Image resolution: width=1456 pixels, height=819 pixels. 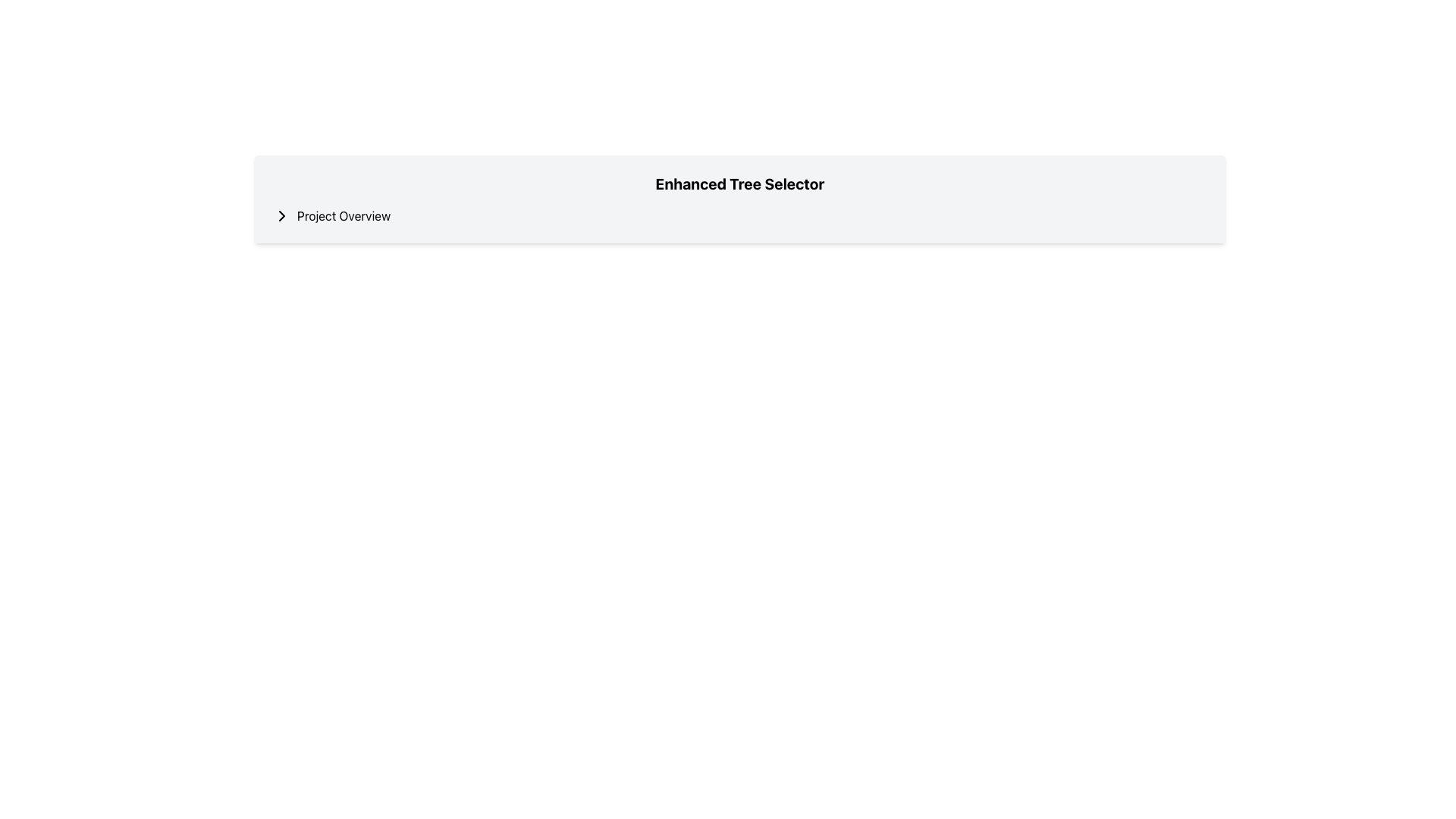 What do you see at coordinates (343, 216) in the screenshot?
I see `text 'Project Overview' from the label located to the right of the chevron icon, which is positioned towards the upper region of the page` at bounding box center [343, 216].